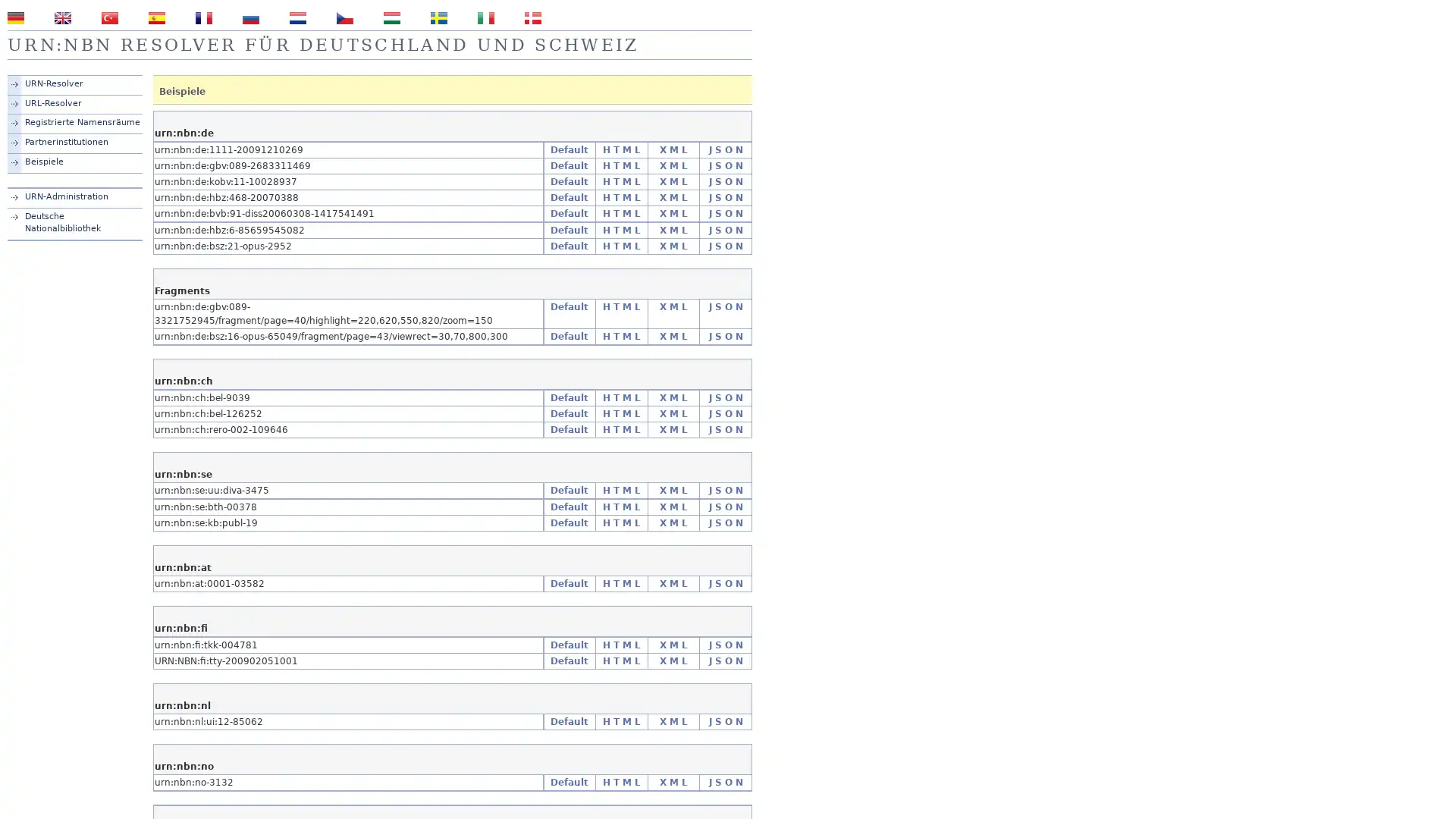  What do you see at coordinates (392, 17) in the screenshot?
I see `hu` at bounding box center [392, 17].